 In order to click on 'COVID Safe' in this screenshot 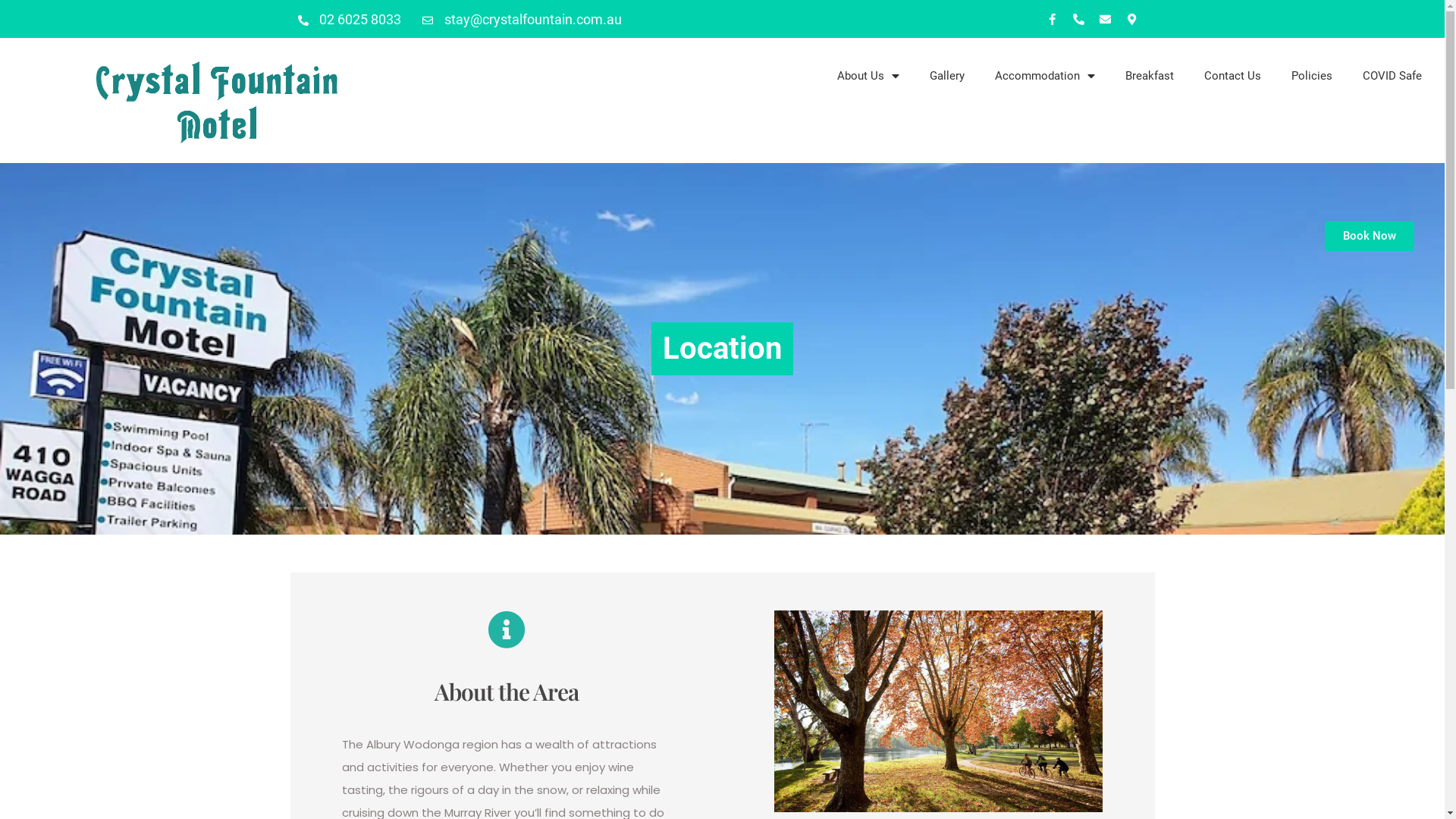, I will do `click(1347, 76)`.